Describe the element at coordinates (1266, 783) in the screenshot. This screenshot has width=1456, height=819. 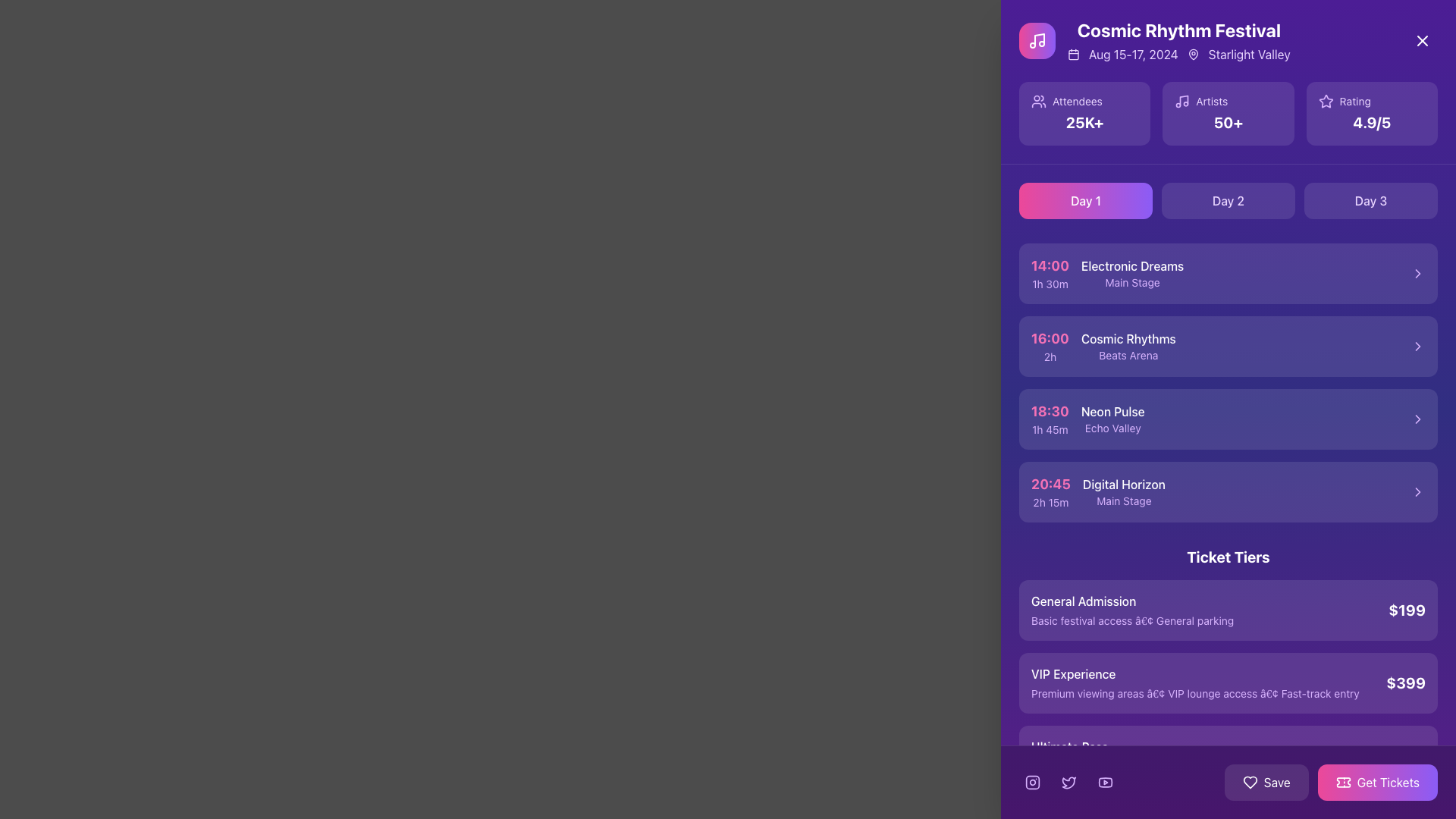
I see `the leftmost button used to save or bookmark an item for keyboard navigation` at that location.